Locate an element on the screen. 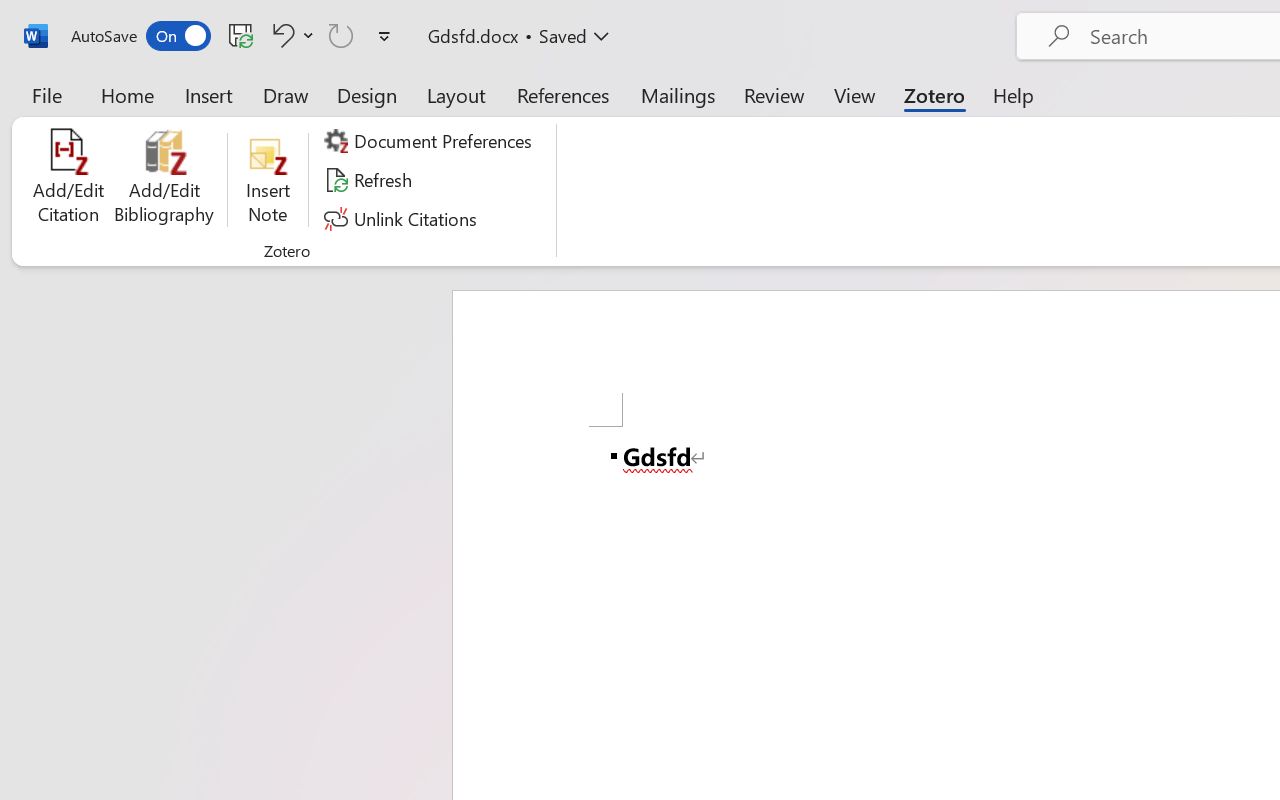 The width and height of the screenshot is (1280, 800). 'Add/Edit Bibliography' is located at coordinates (164, 179).